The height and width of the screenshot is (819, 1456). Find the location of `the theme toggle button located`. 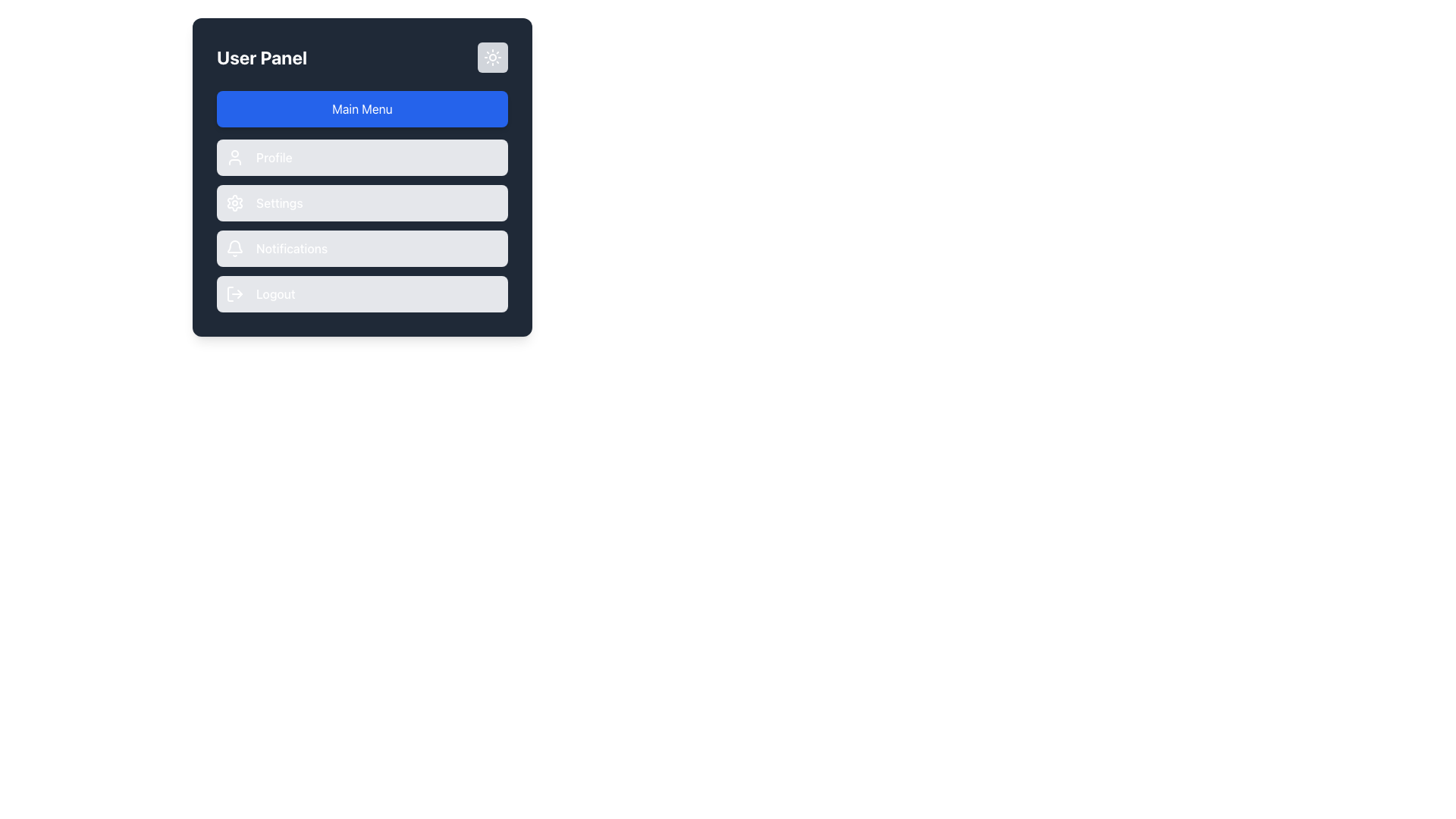

the theme toggle button located is located at coordinates (492, 57).